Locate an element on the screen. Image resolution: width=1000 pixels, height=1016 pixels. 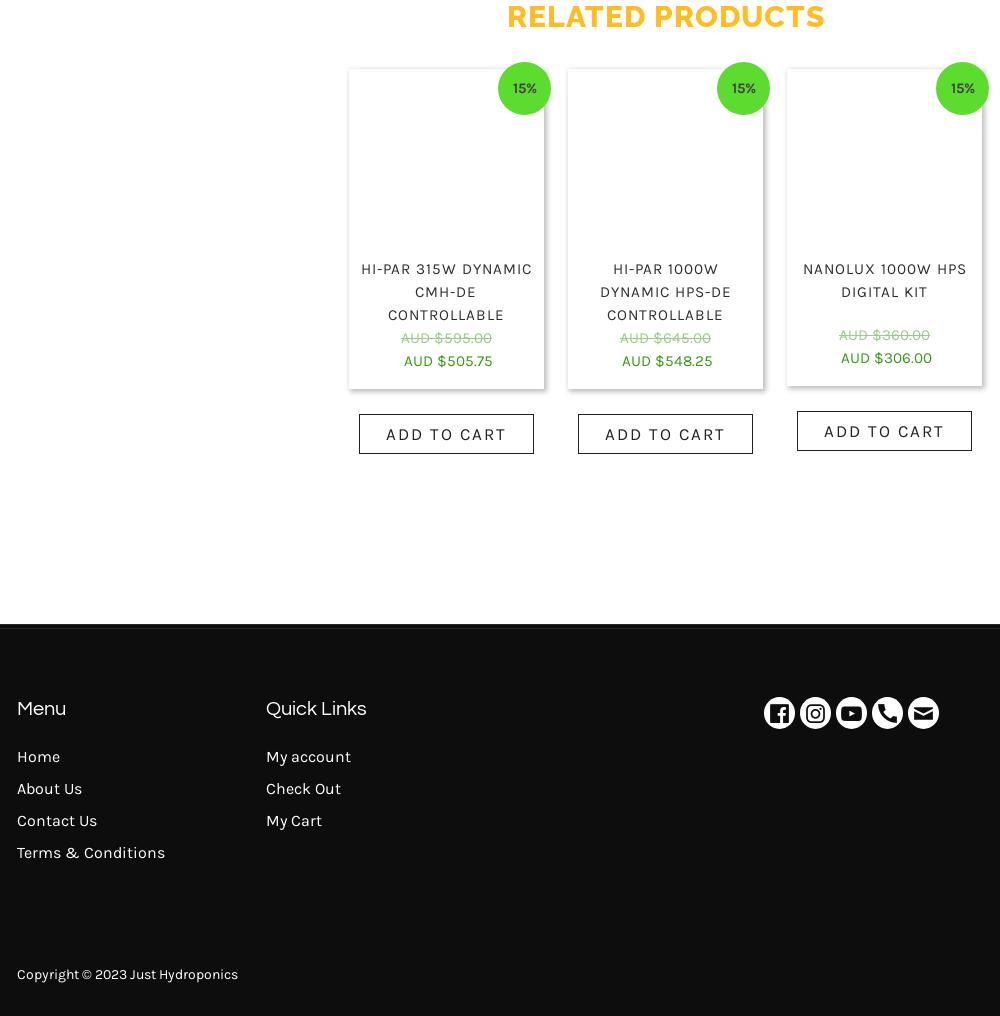
'505.75' is located at coordinates (468, 359).